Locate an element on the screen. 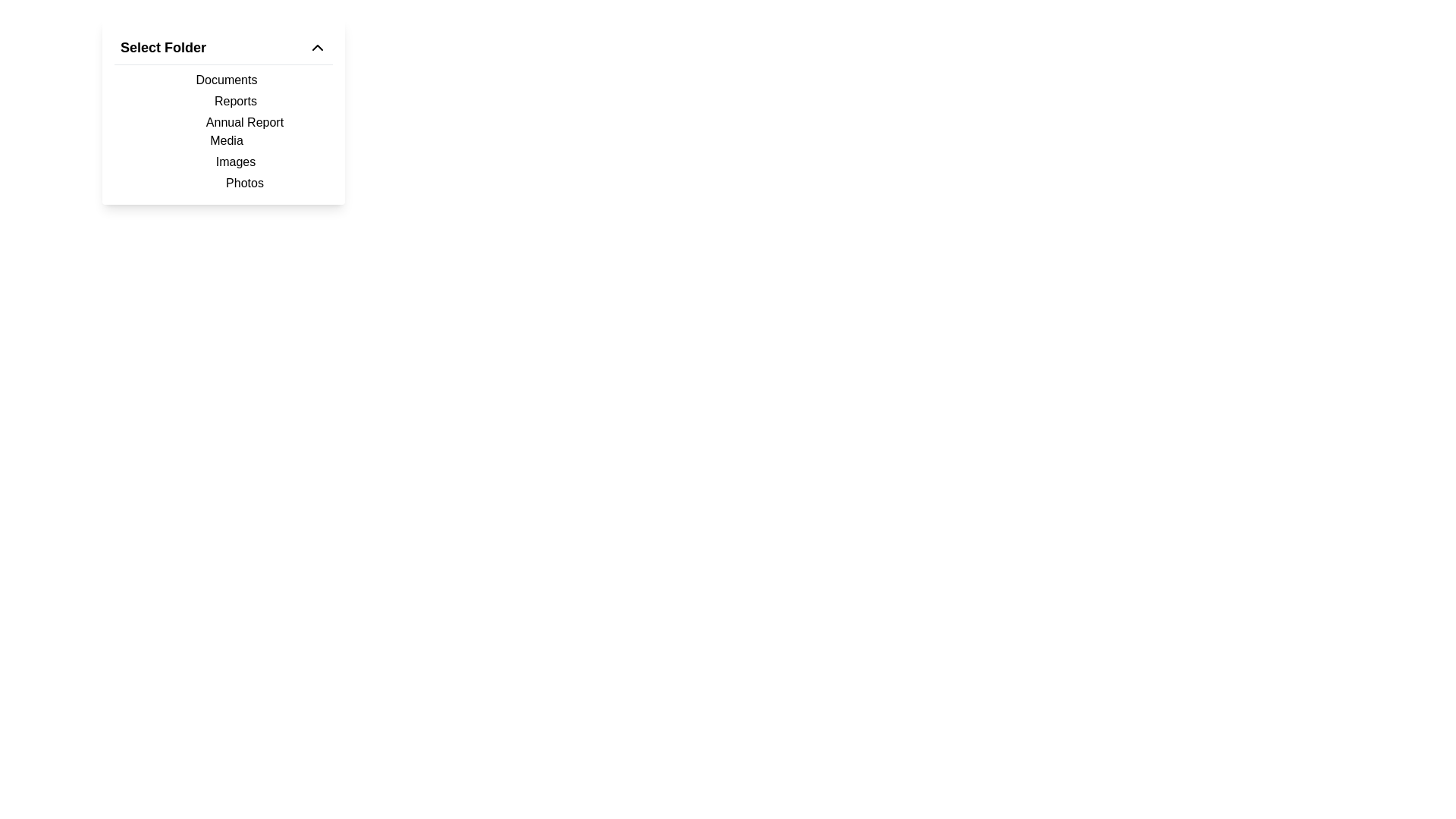 The image size is (1456, 819). the 'Media' category item in the dropdown menu under 'Select Folder', which is the fourth item in the list, to trigger a visual response is located at coordinates (225, 140).